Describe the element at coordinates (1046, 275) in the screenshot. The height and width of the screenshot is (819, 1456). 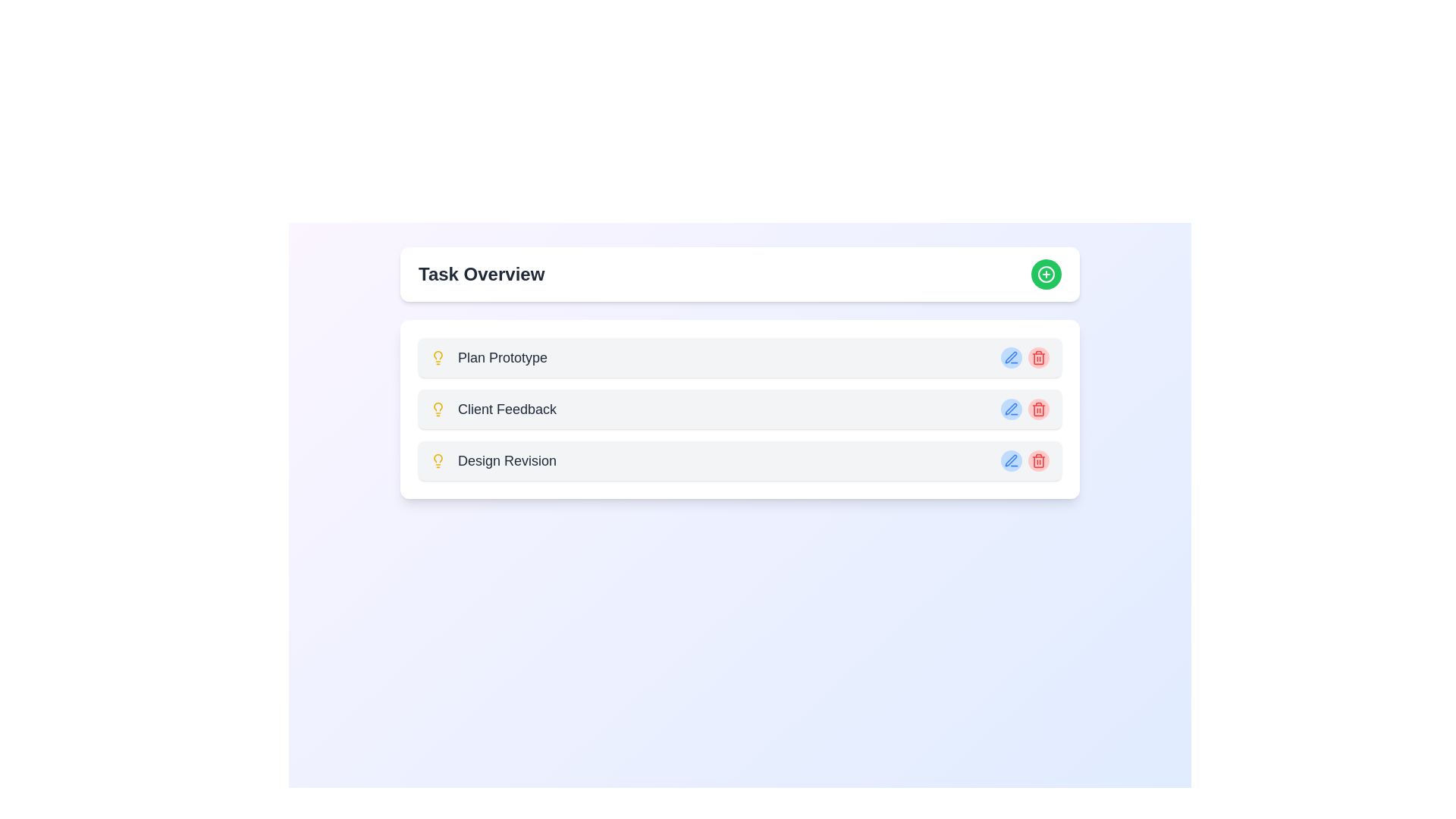
I see `the green circular button with a white addition symbol (+) located in the top-right corner of the 'Task Overview' header` at that location.